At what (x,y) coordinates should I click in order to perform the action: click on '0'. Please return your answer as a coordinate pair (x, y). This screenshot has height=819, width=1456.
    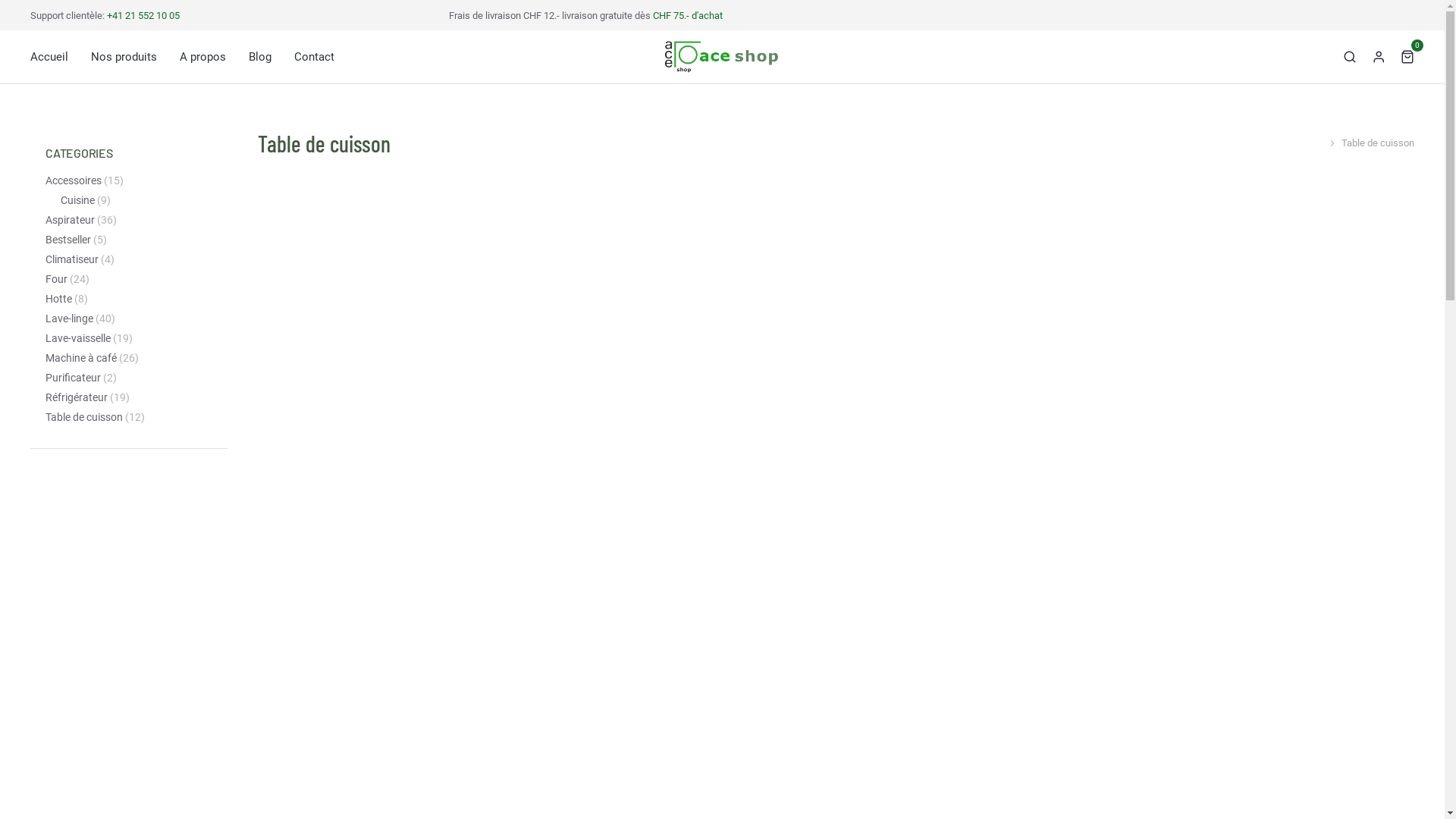
    Looking at the image, I should click on (1407, 55).